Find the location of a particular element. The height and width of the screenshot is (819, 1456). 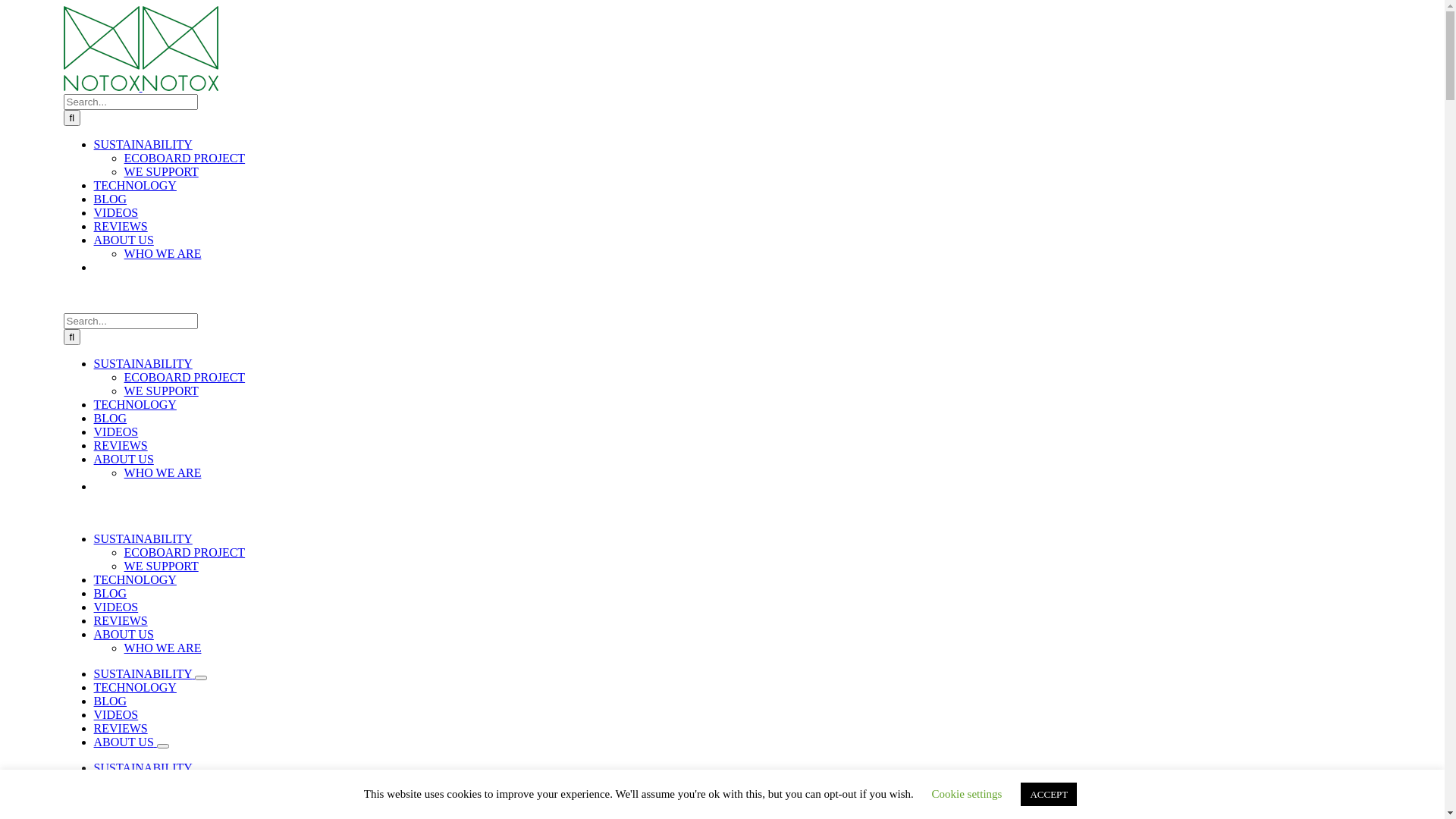

'SUSTAINABILITY' is located at coordinates (143, 144).